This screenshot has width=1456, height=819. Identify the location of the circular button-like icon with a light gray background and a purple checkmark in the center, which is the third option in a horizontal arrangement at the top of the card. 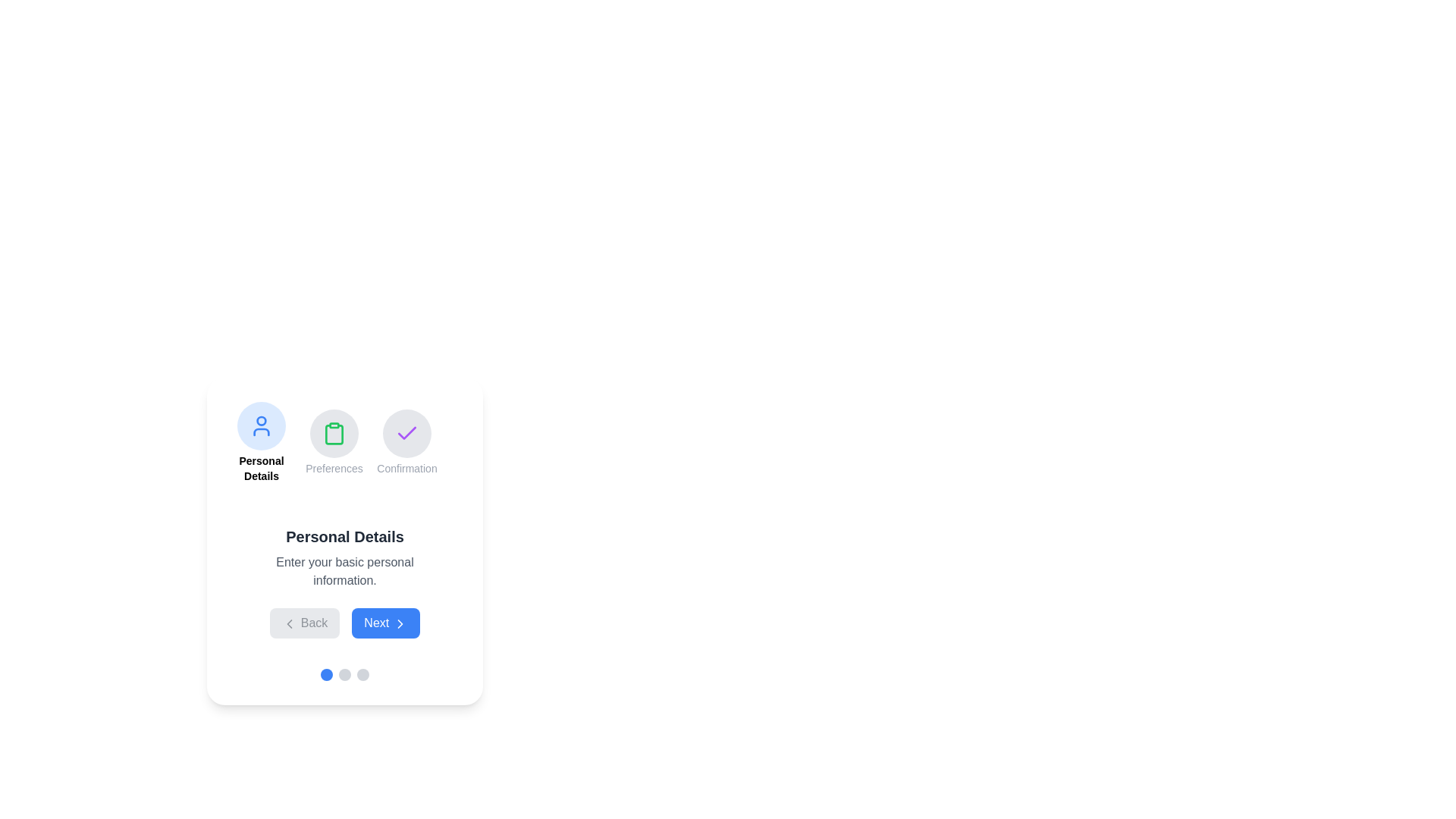
(407, 433).